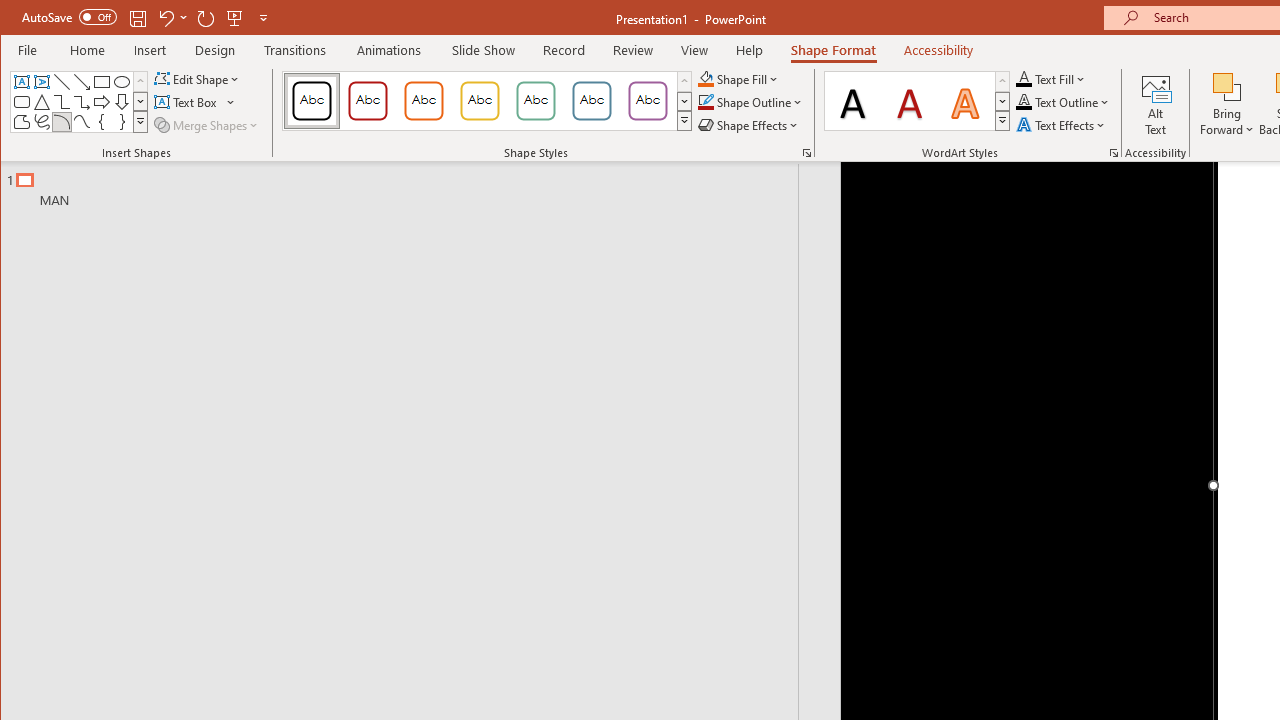 This screenshot has width=1280, height=720. What do you see at coordinates (215, 49) in the screenshot?
I see `'Design'` at bounding box center [215, 49].